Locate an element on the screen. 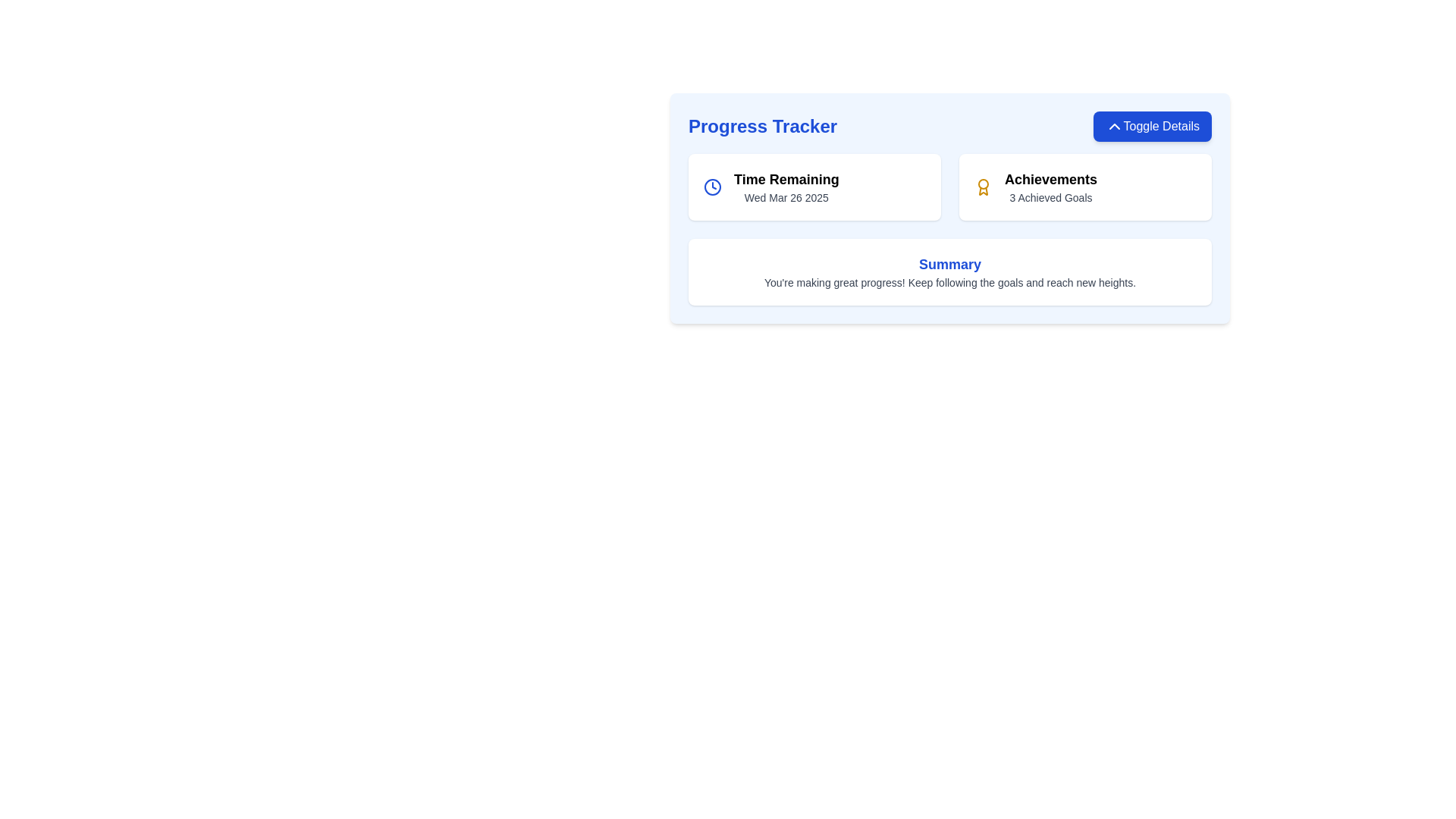 The image size is (1456, 819). the 'Toggle Details' button is located at coordinates (1152, 125).